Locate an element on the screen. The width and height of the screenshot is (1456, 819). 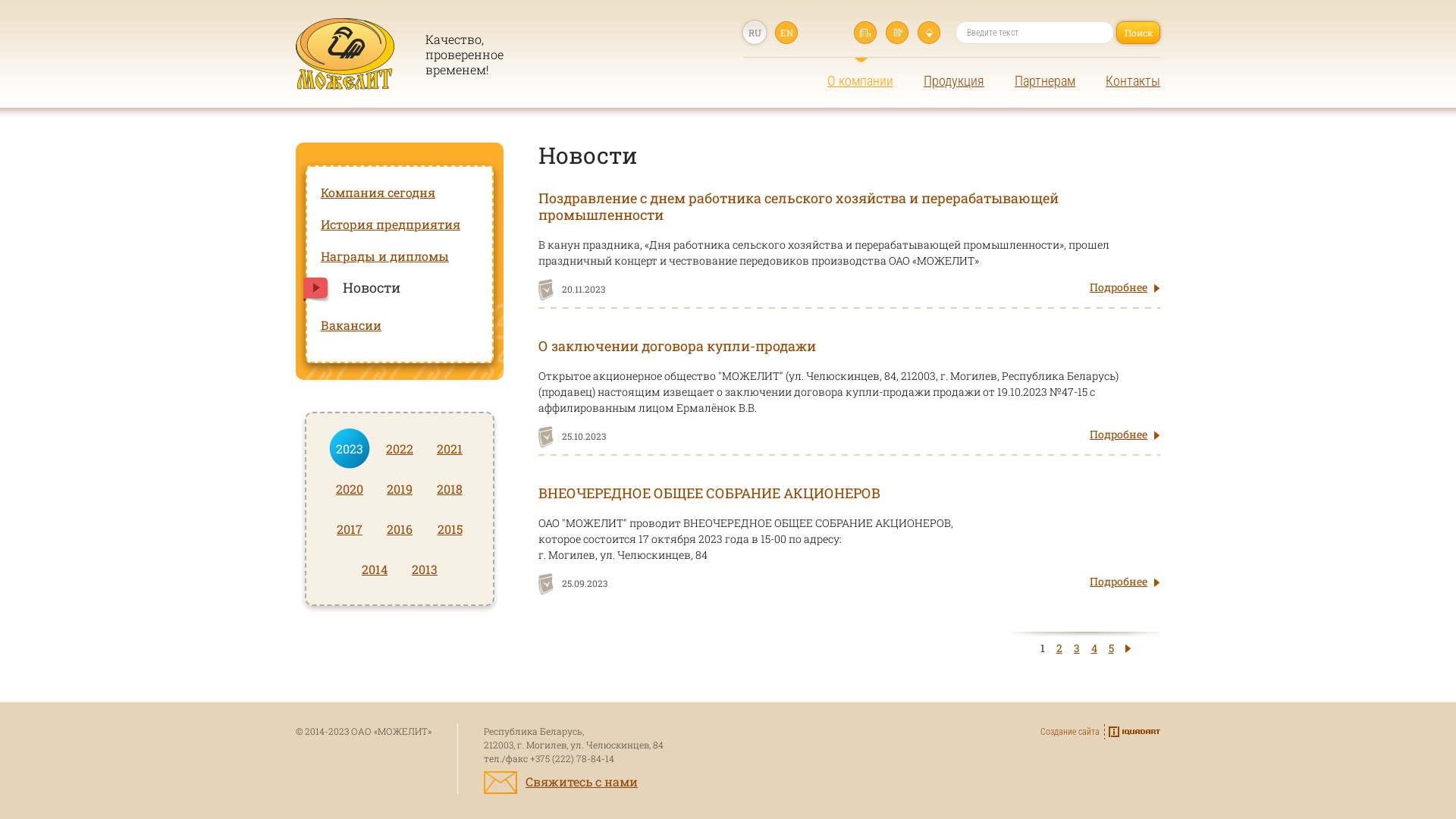
'4' is located at coordinates (1093, 648).